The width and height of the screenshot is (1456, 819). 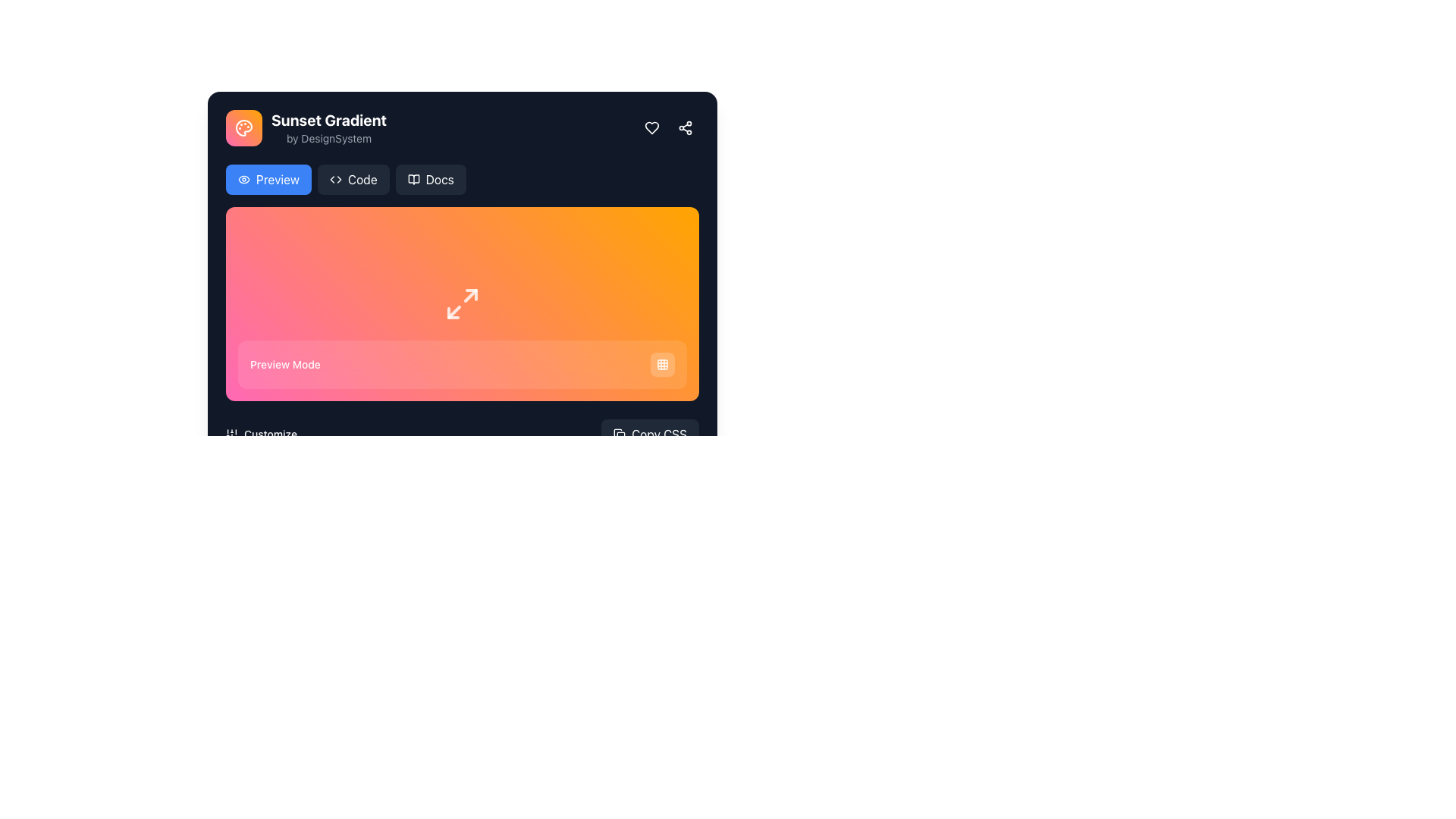 I want to click on the document access icon located in the upper-right corner of the navigation bar, adjacent to the 'Docs' button, so click(x=413, y=178).